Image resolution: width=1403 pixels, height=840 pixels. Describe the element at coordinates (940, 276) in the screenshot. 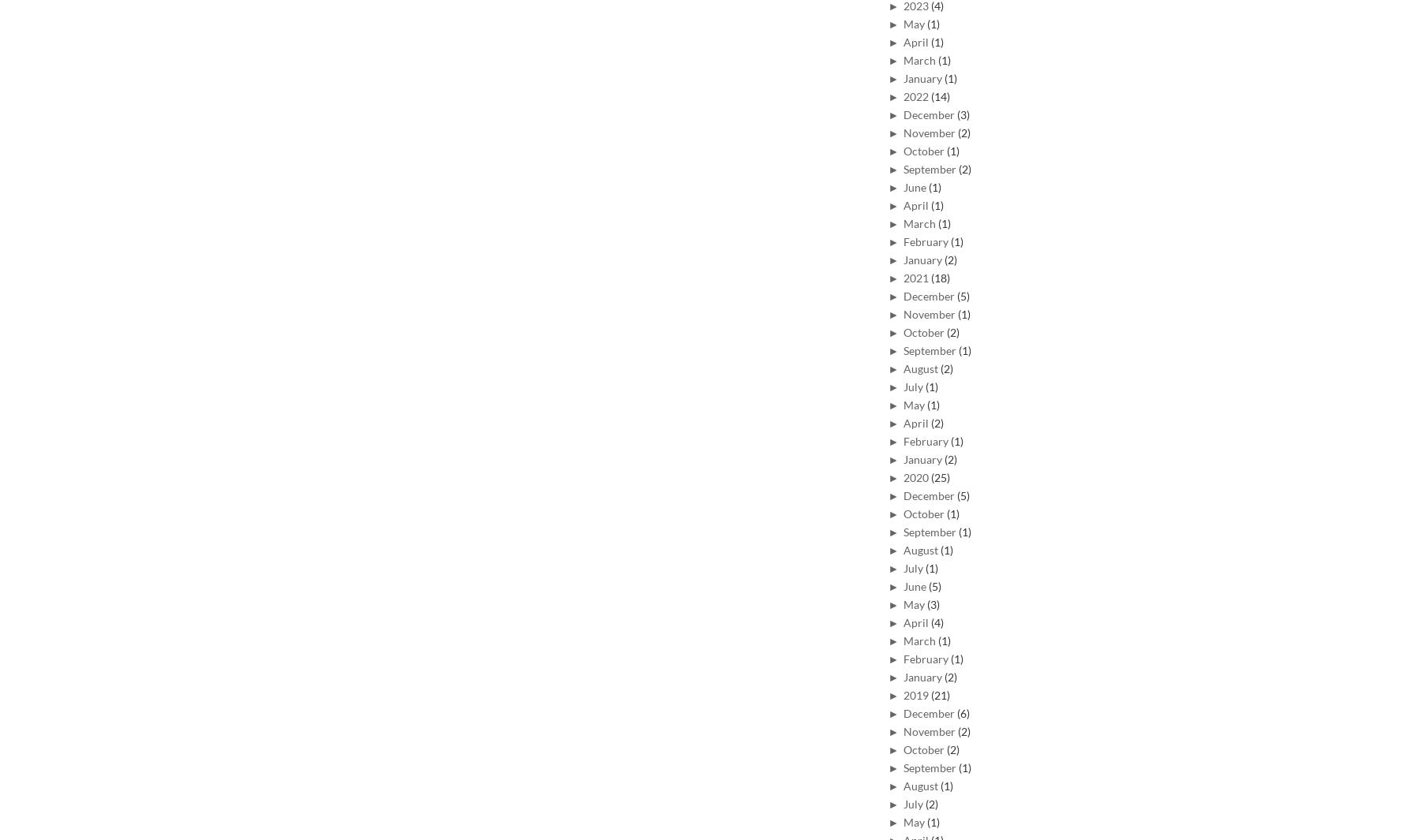

I see `'(18)'` at that location.